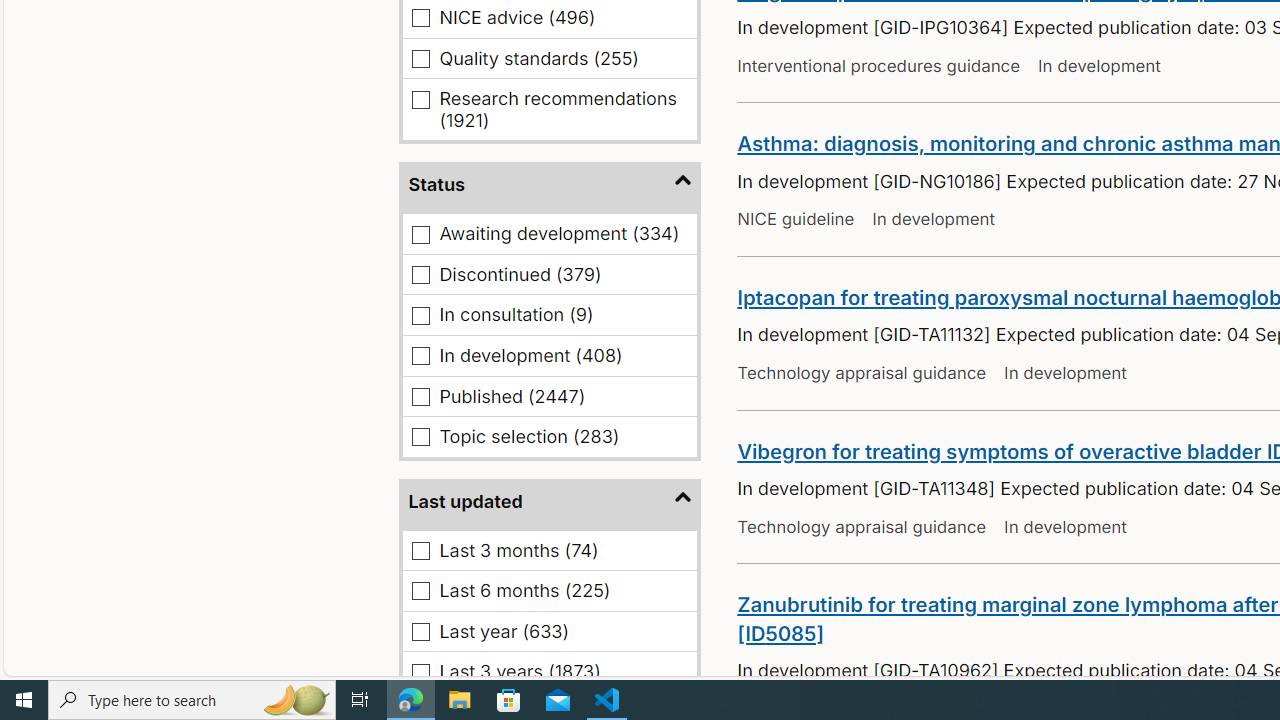 The image size is (1280, 720). I want to click on 'Status', so click(550, 186).